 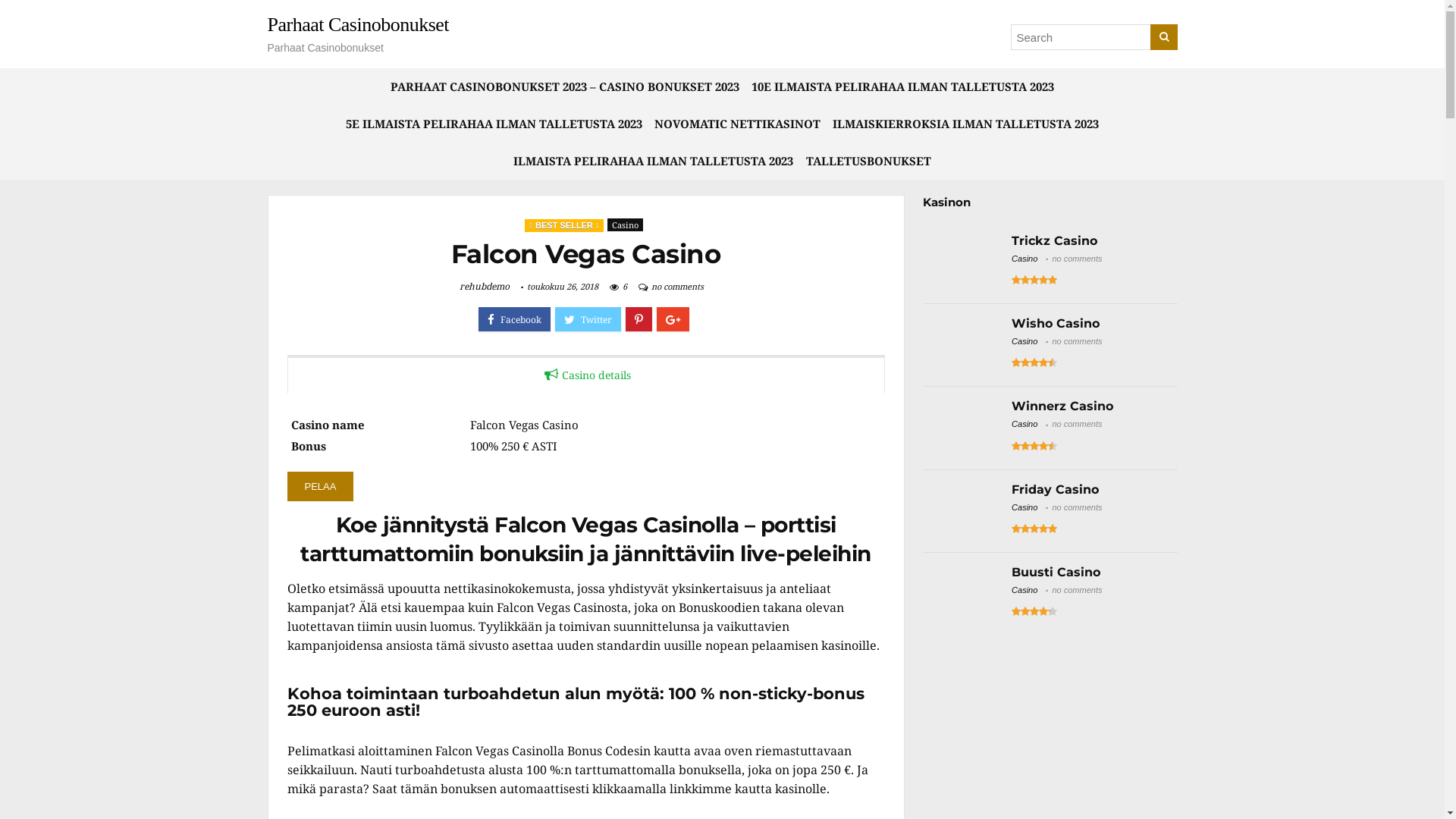 What do you see at coordinates (483, 286) in the screenshot?
I see `'rehubdemo'` at bounding box center [483, 286].